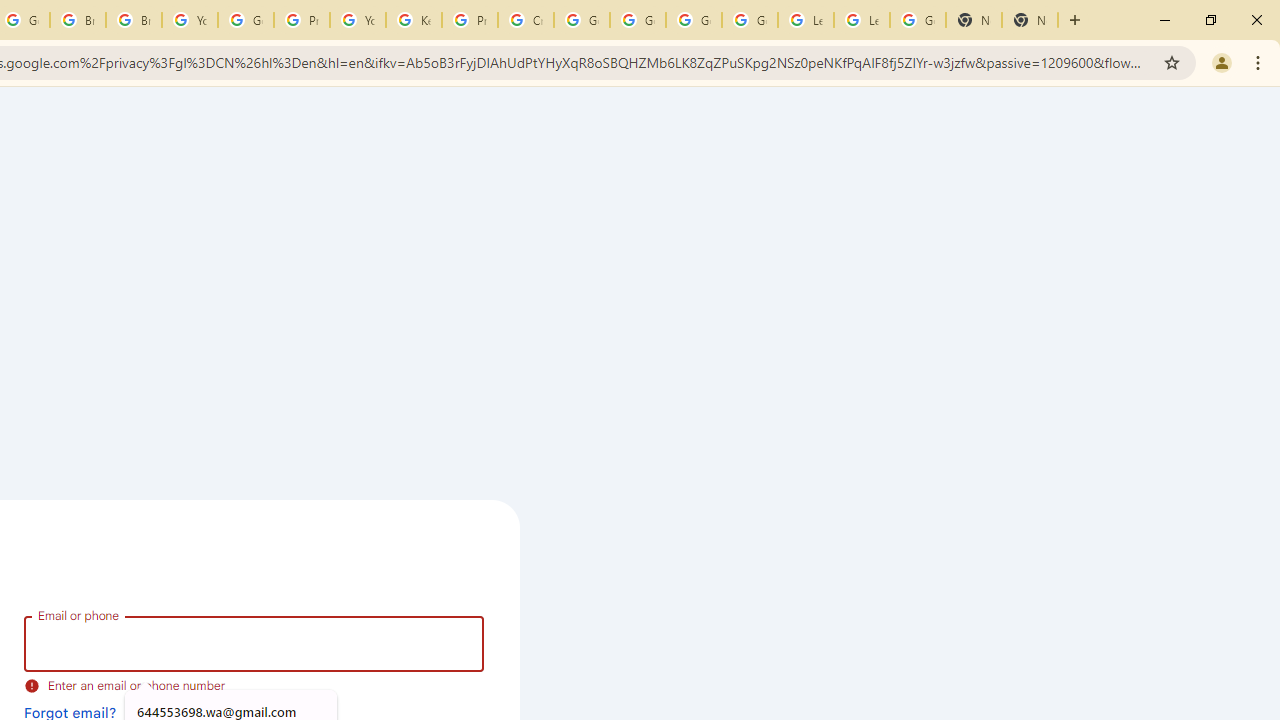 The height and width of the screenshot is (720, 1280). Describe the element at coordinates (358, 20) in the screenshot. I see `'YouTube'` at that location.